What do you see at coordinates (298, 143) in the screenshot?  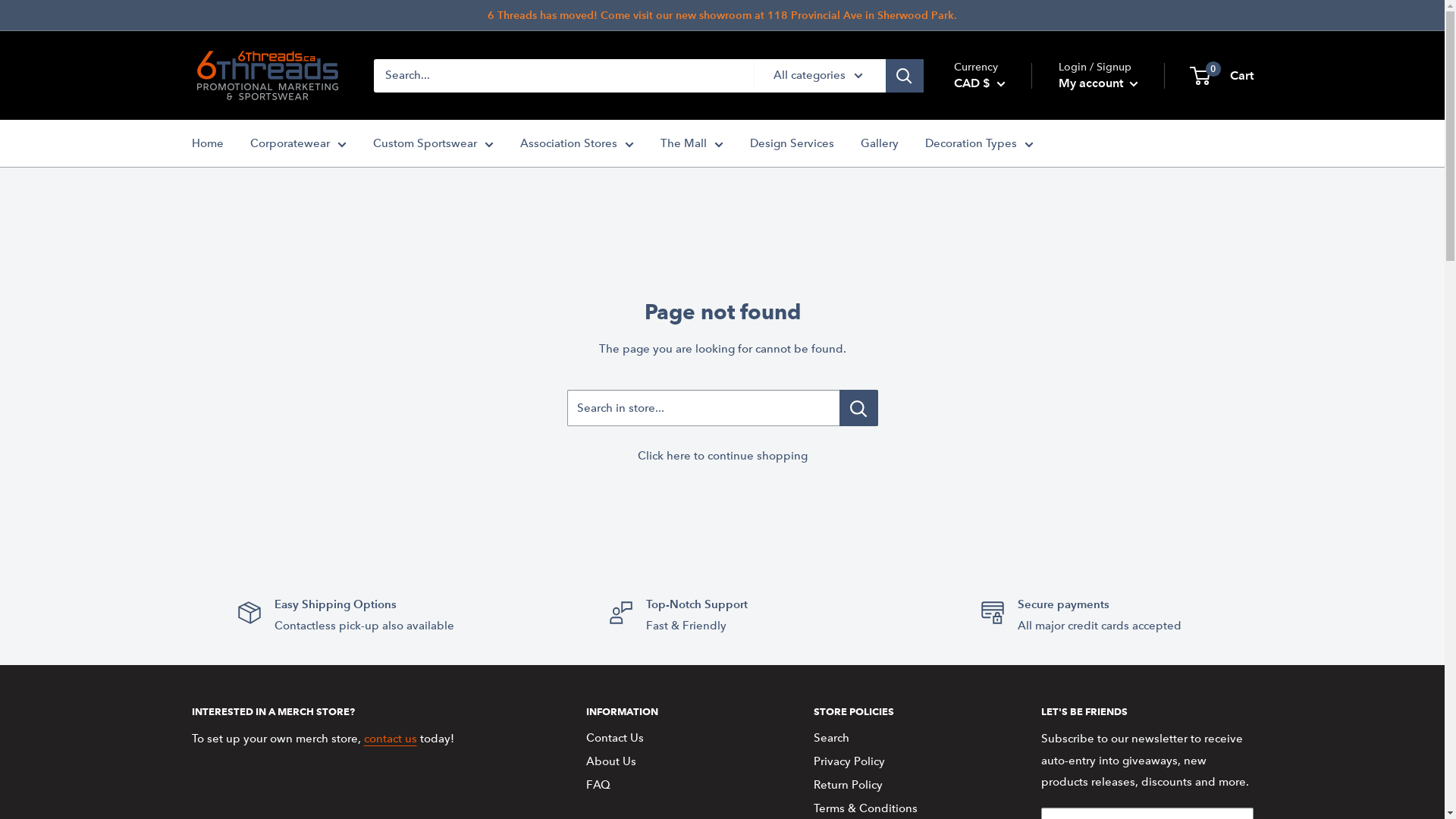 I see `'Corporatewear'` at bounding box center [298, 143].